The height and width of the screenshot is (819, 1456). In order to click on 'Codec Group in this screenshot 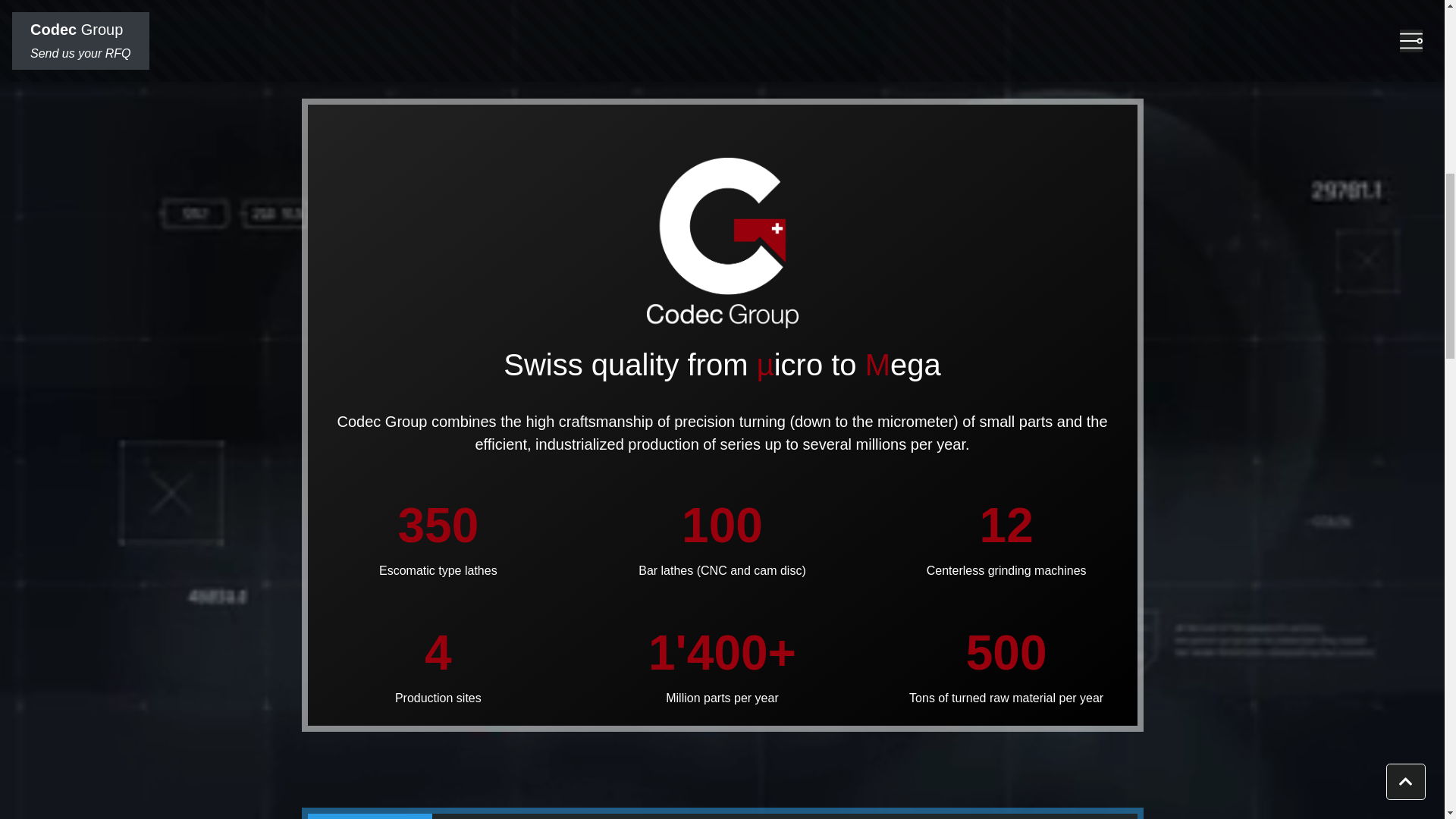, I will do `click(11, 40)`.